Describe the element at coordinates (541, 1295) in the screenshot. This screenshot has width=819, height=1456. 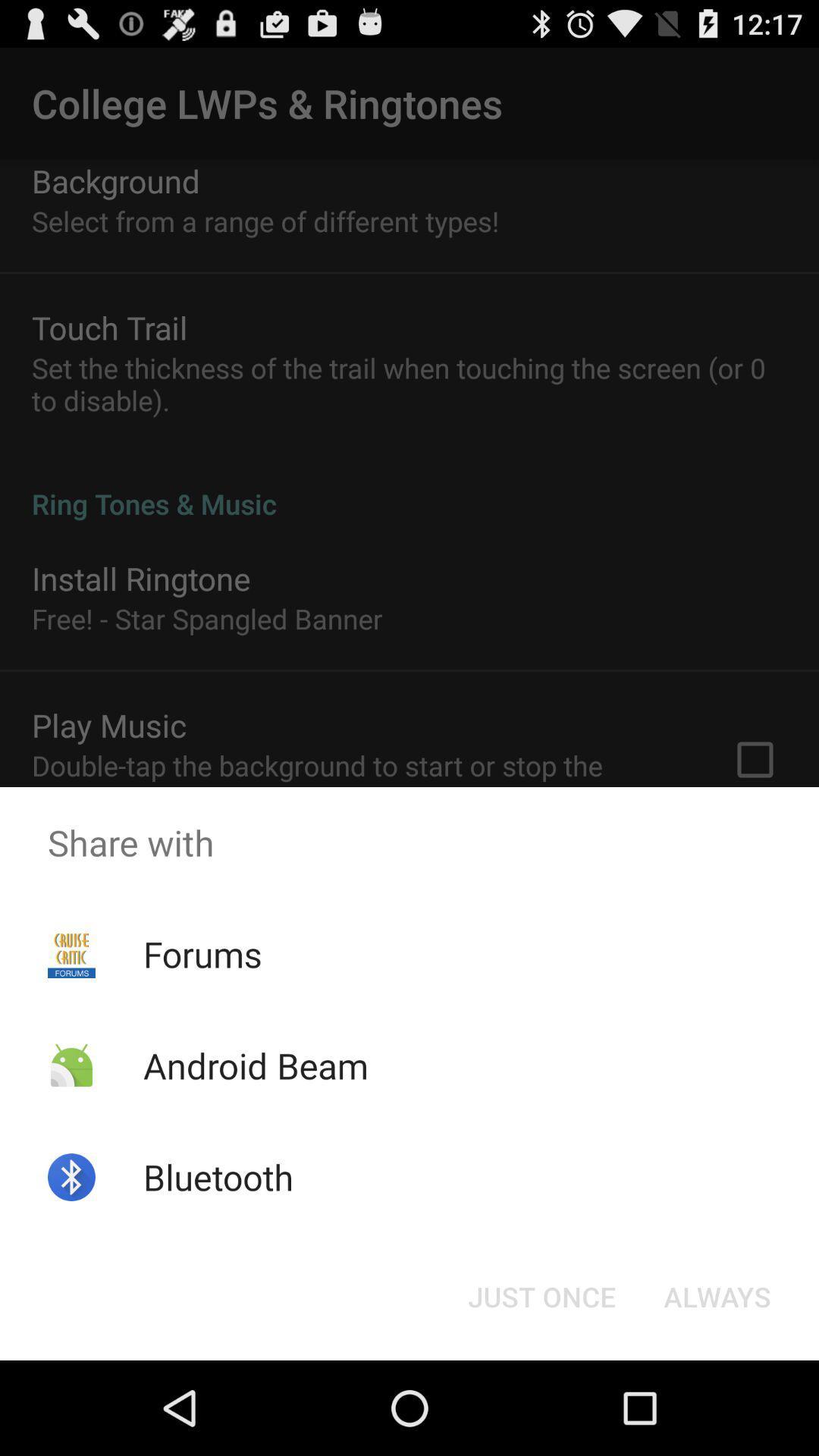
I see `icon next to the always icon` at that location.